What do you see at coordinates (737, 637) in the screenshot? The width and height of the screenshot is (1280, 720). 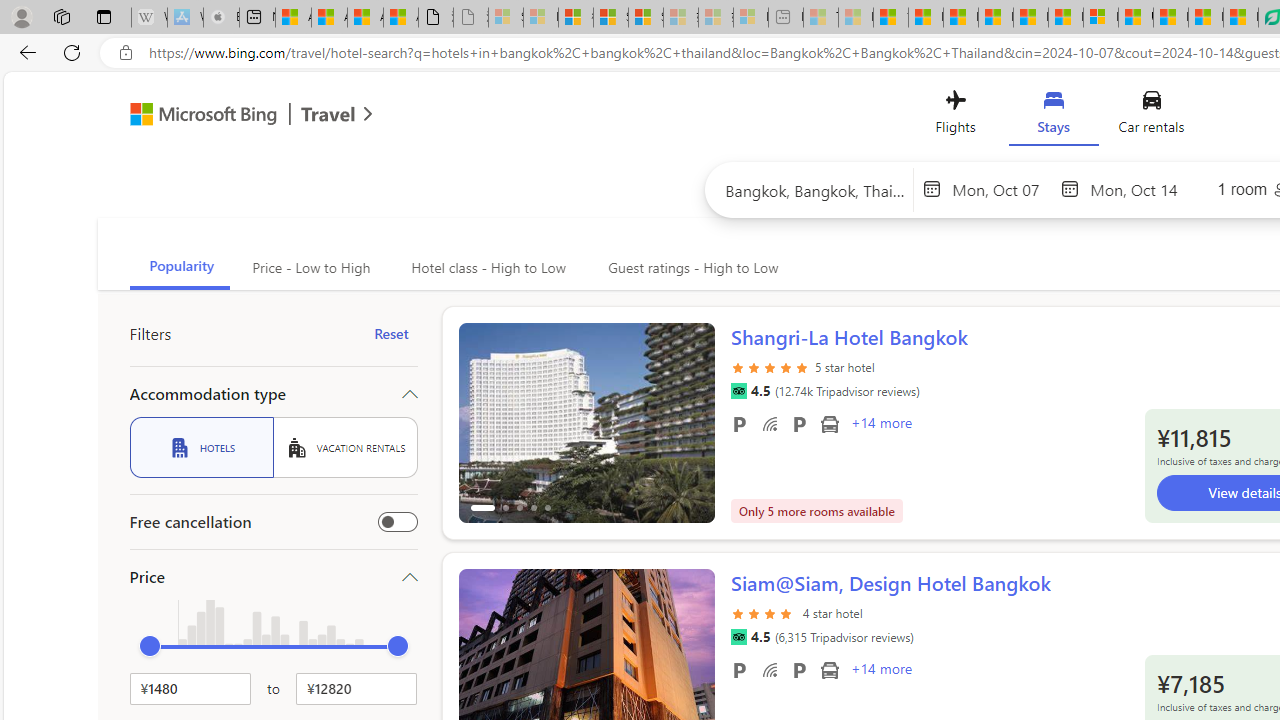 I see `'Tripadvisor'` at bounding box center [737, 637].